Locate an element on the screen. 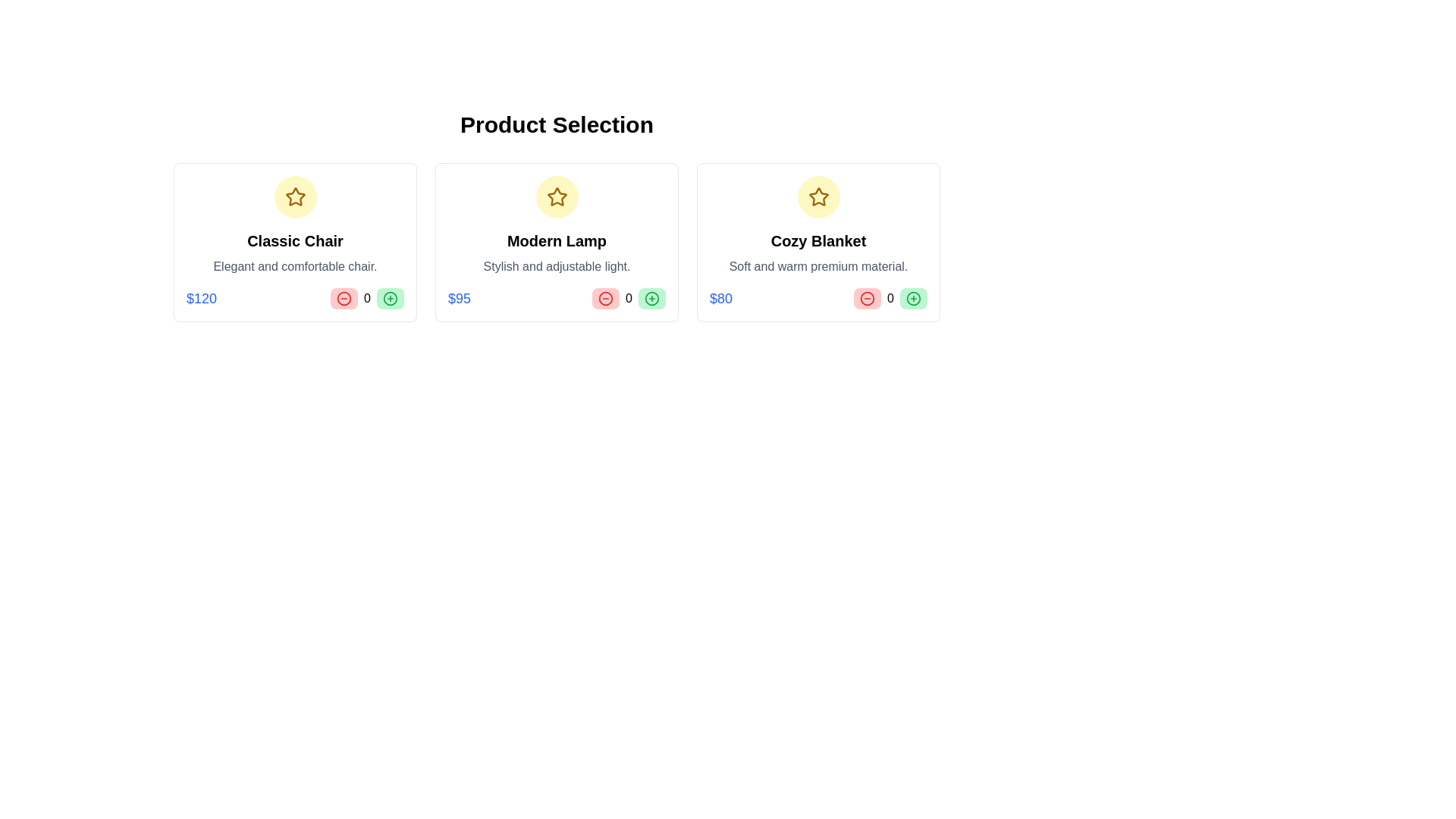  the prominently displayed header text labeled 'Product Selection,' which is styled with bold and large font and is horizontally centered at the top of the layout is located at coordinates (556, 124).